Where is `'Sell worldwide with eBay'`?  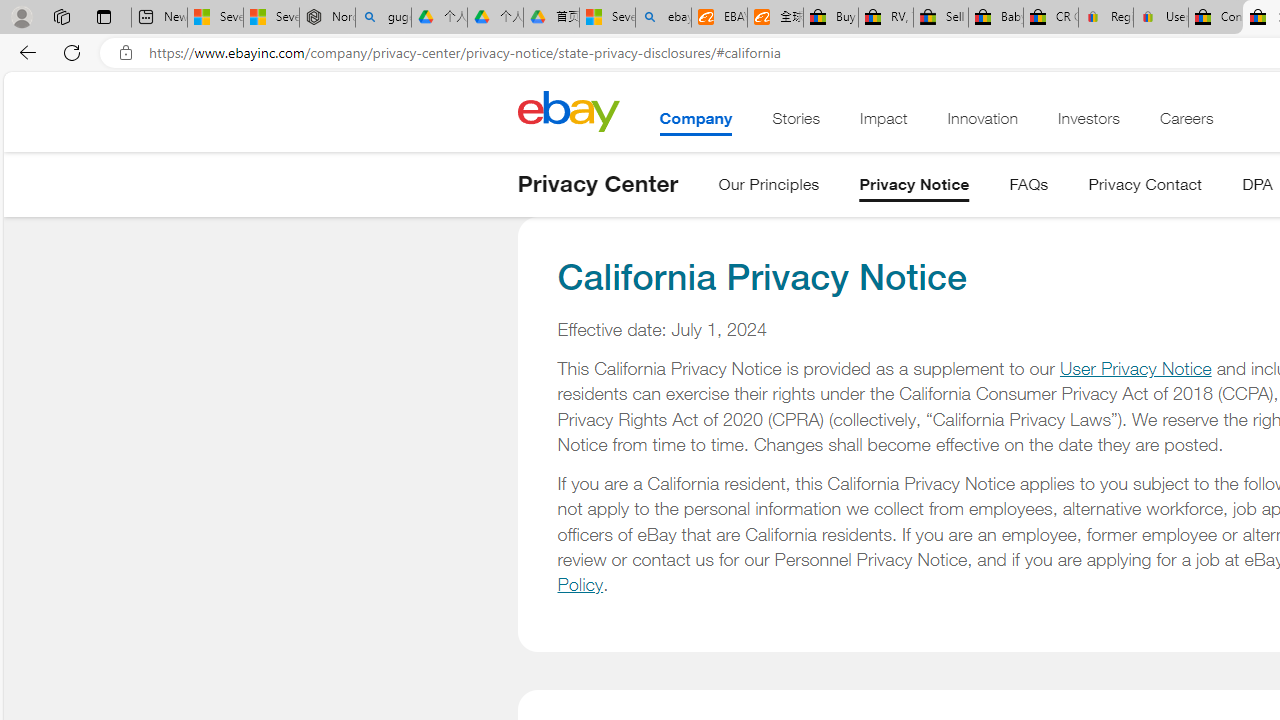
'Sell worldwide with eBay' is located at coordinates (939, 17).